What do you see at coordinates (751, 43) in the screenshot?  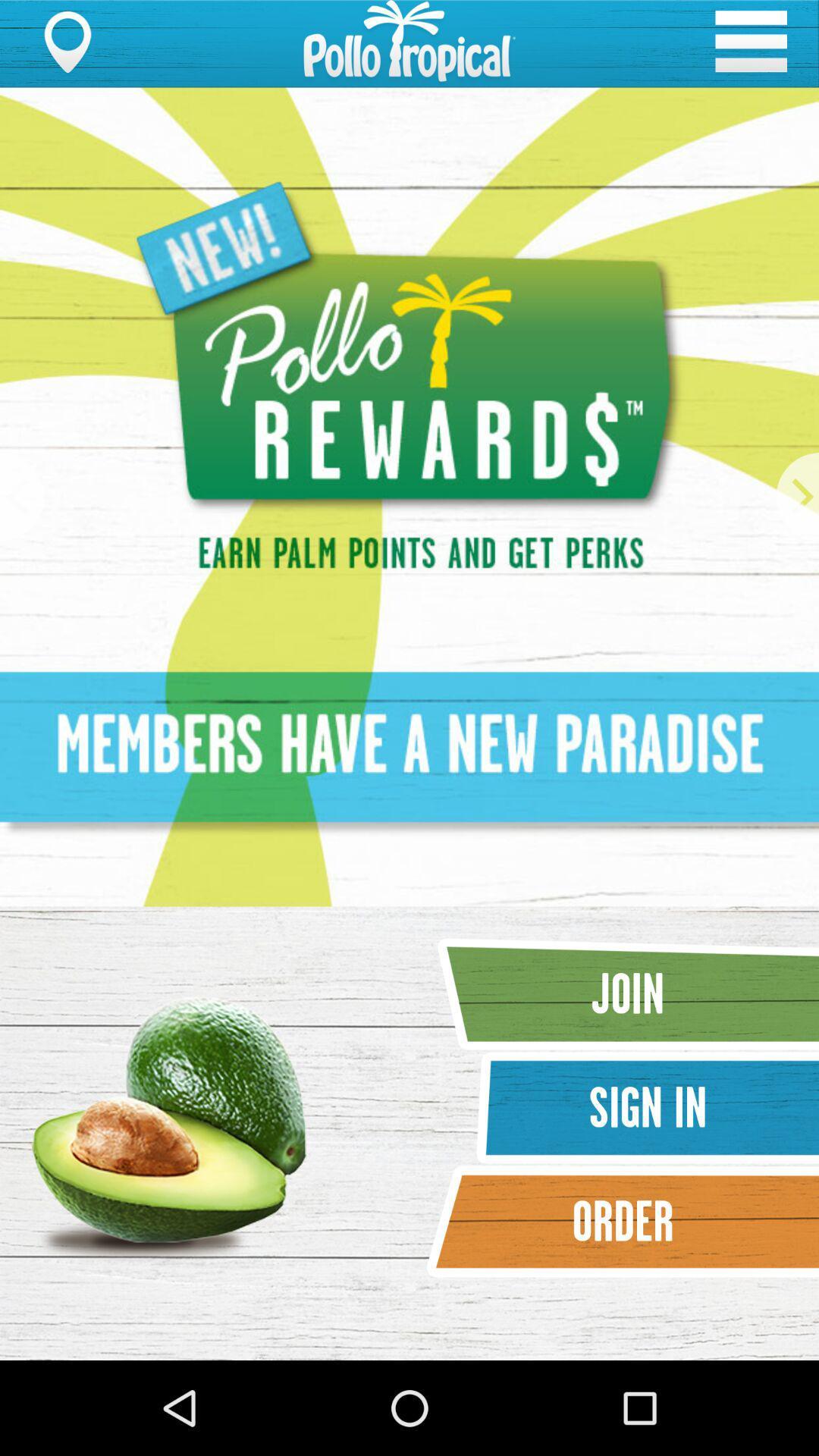 I see `the menu icon` at bounding box center [751, 43].